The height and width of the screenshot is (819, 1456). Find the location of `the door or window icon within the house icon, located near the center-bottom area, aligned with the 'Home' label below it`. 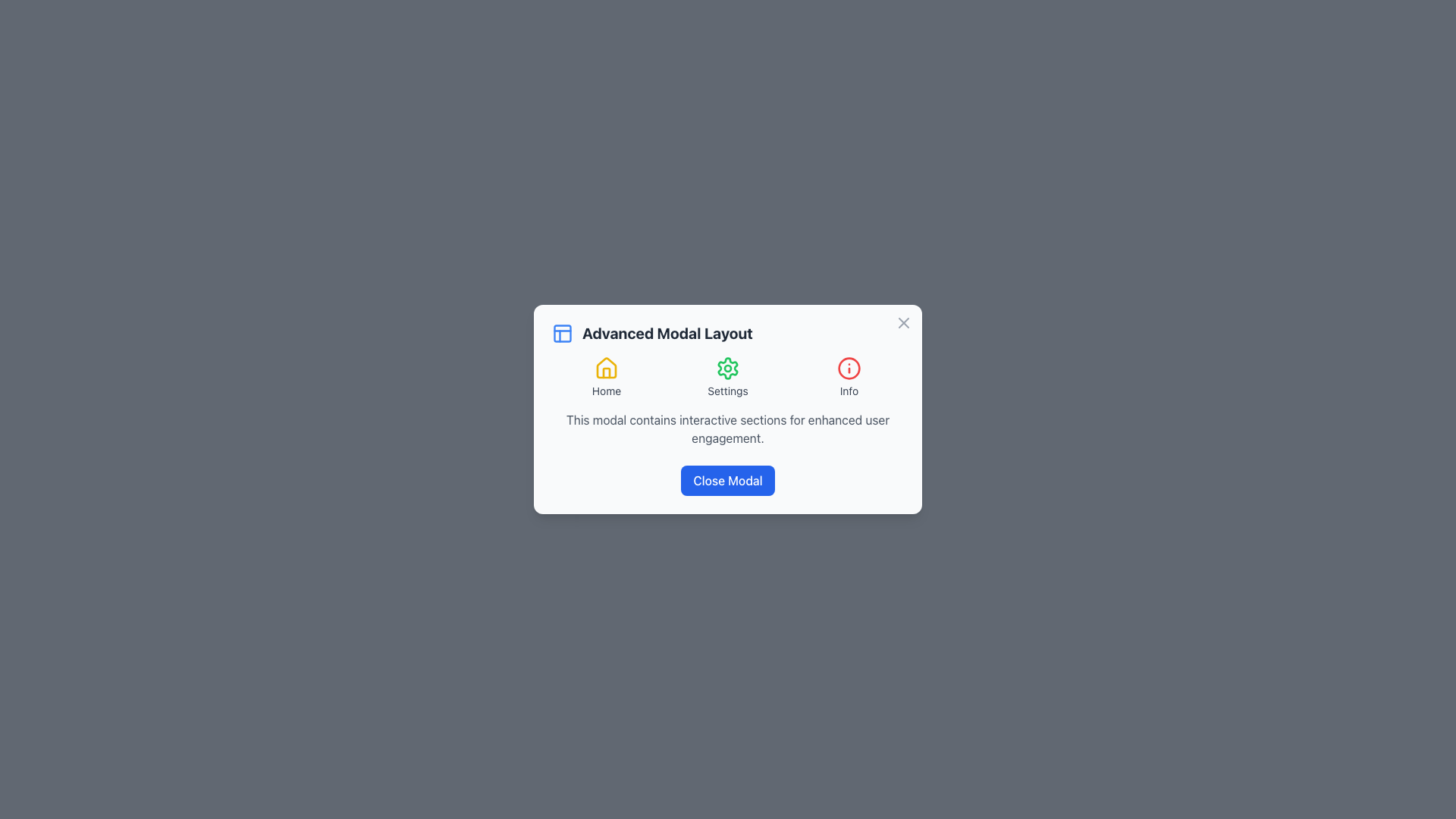

the door or window icon within the house icon, located near the center-bottom area, aligned with the 'Home' label below it is located at coordinates (607, 373).